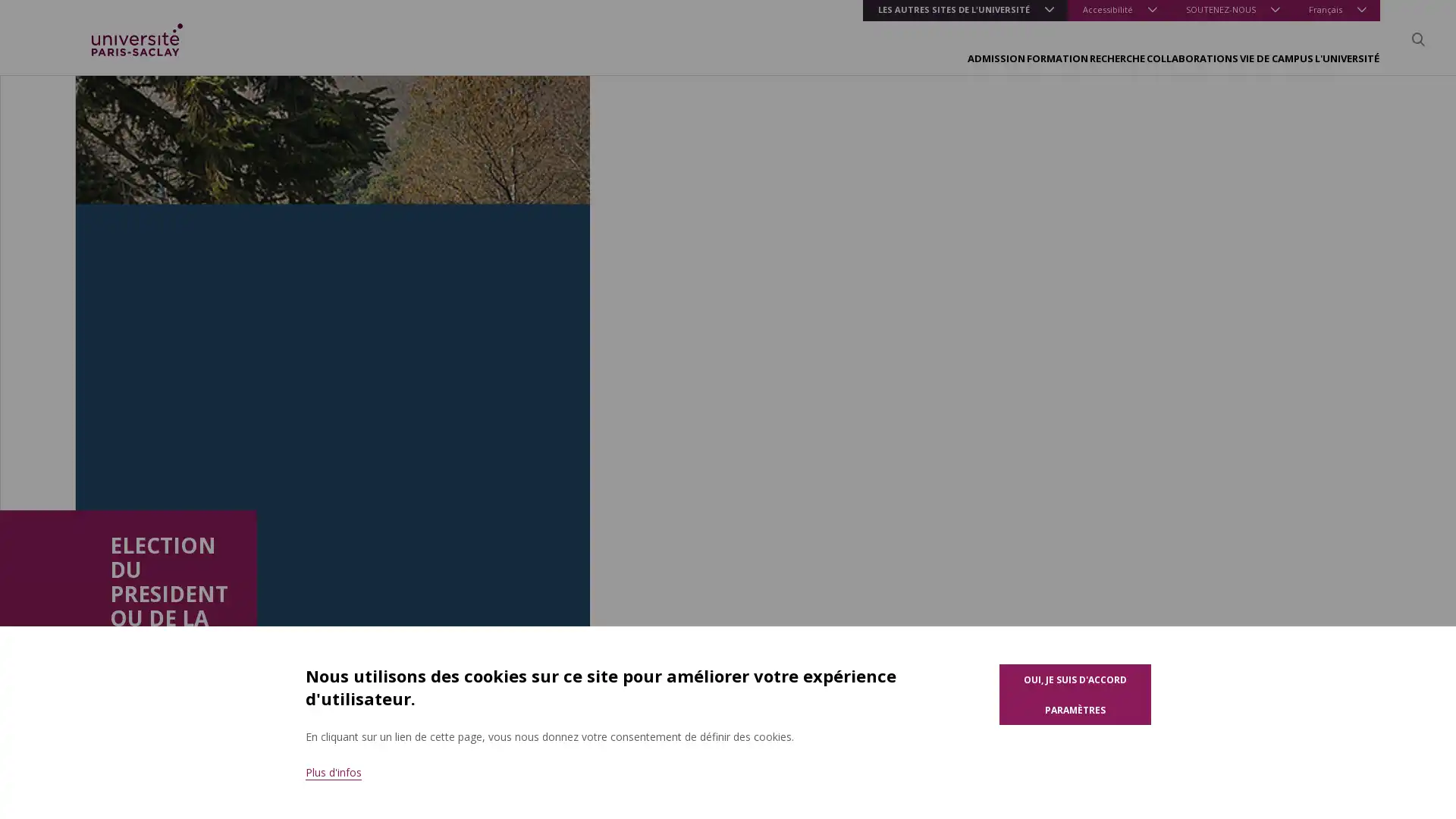  I want to click on VIE DE CAMPUS, so click(1210, 52).